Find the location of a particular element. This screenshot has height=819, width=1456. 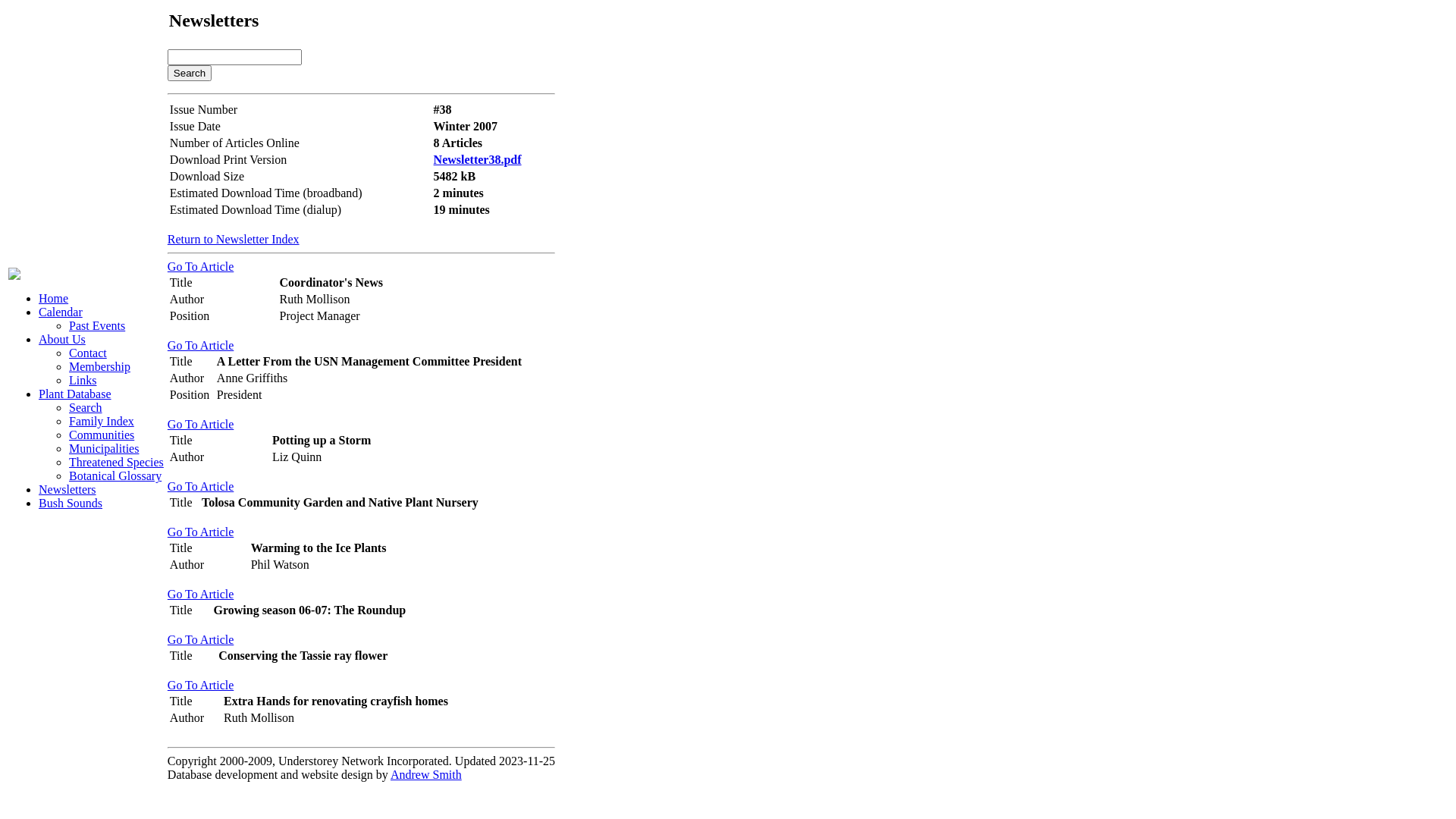

'Calendar' is located at coordinates (61, 311).